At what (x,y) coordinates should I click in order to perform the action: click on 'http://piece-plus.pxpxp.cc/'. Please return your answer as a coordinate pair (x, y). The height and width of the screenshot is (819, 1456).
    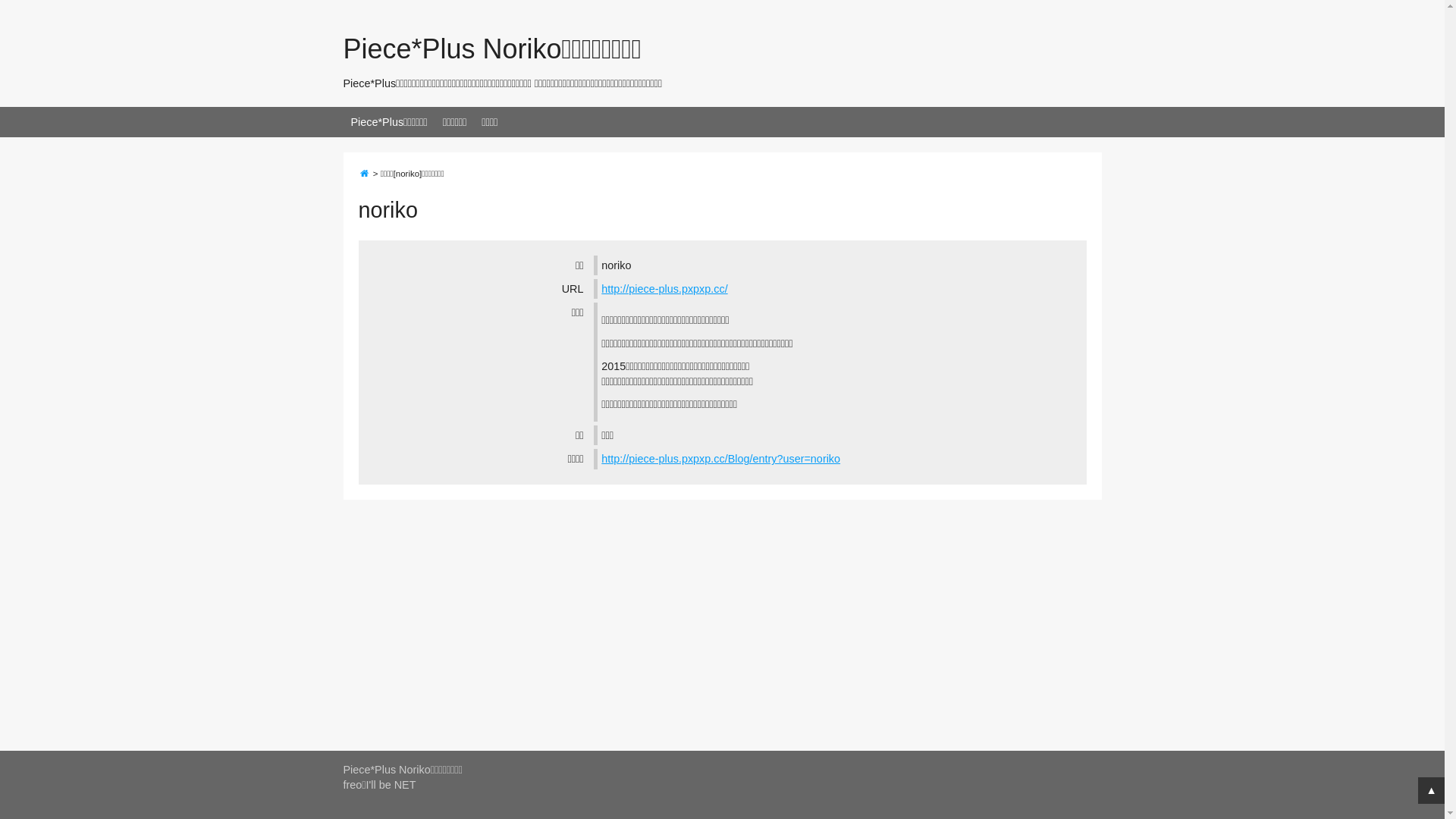
    Looking at the image, I should click on (664, 289).